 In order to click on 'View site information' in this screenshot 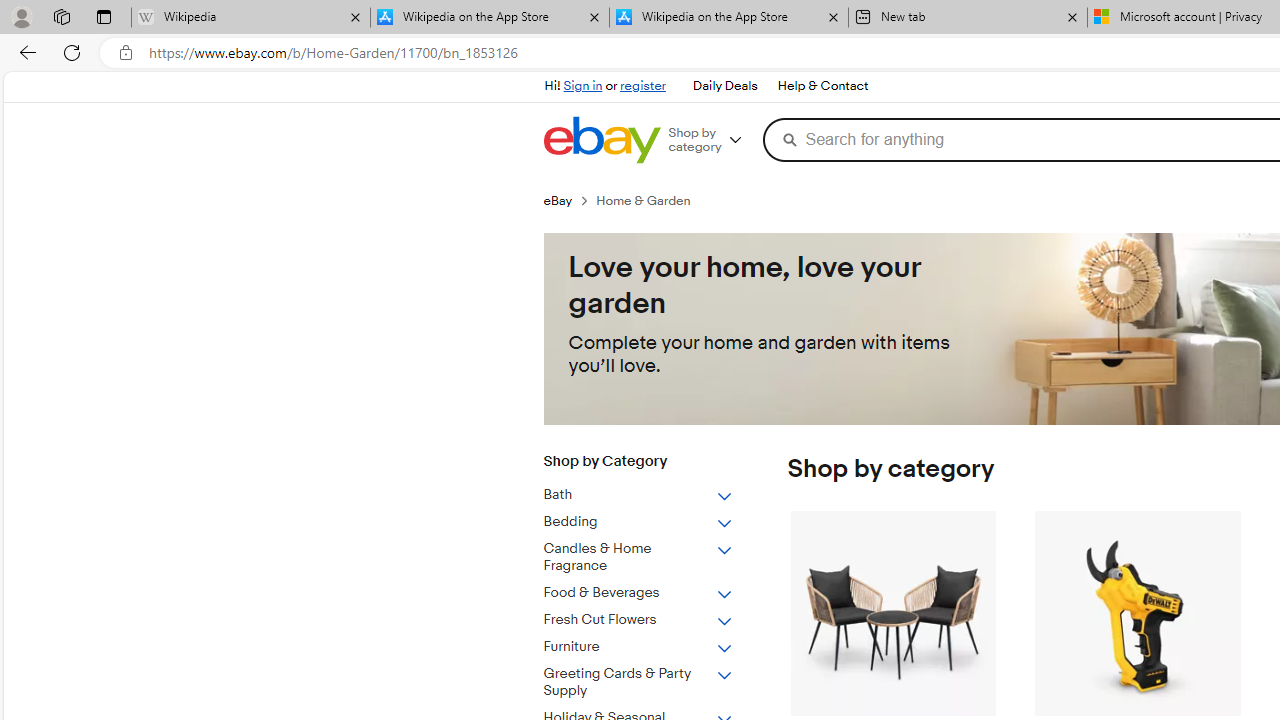, I will do `click(125, 52)`.